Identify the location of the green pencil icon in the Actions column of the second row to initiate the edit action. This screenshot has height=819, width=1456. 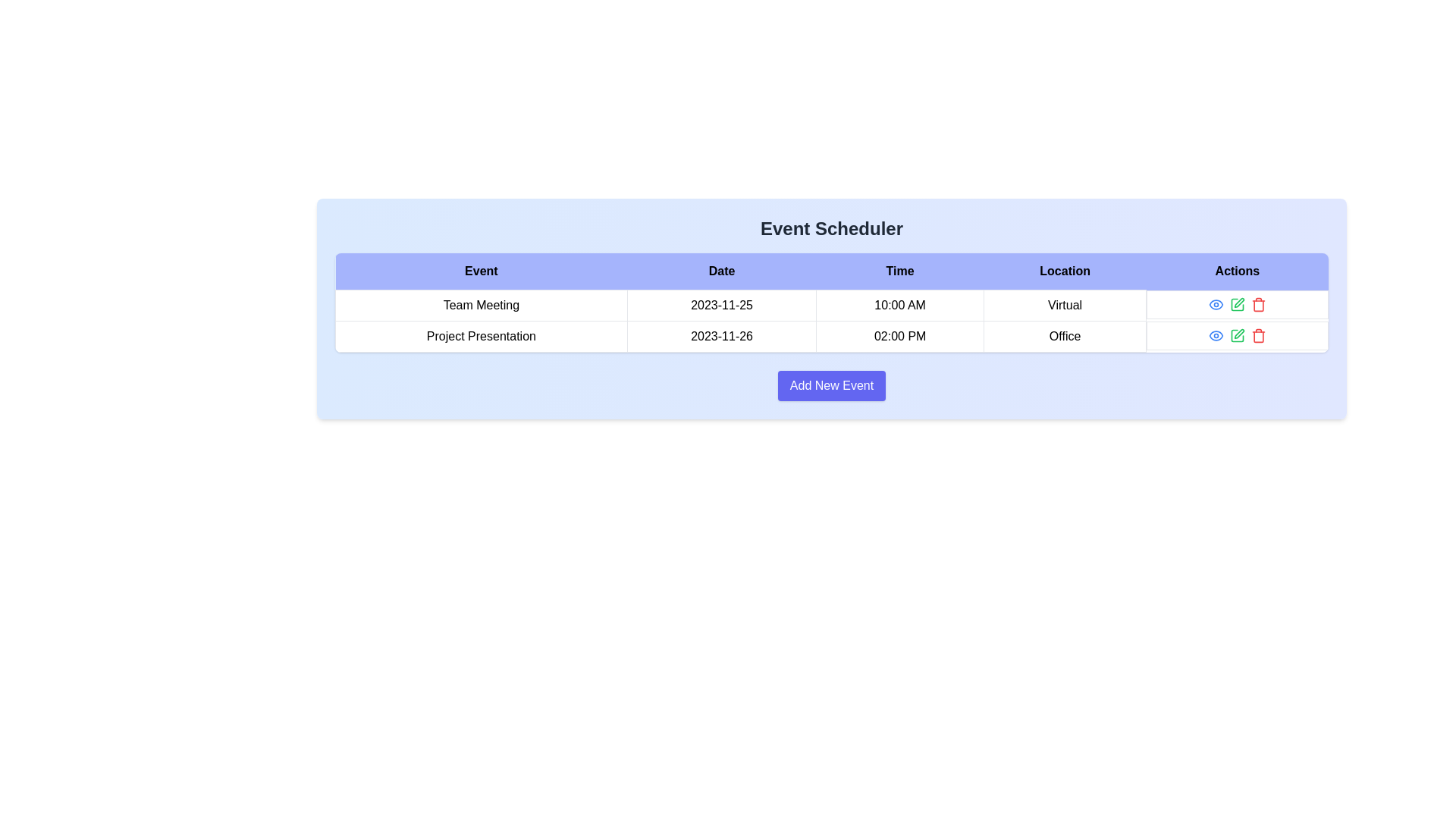
(1238, 304).